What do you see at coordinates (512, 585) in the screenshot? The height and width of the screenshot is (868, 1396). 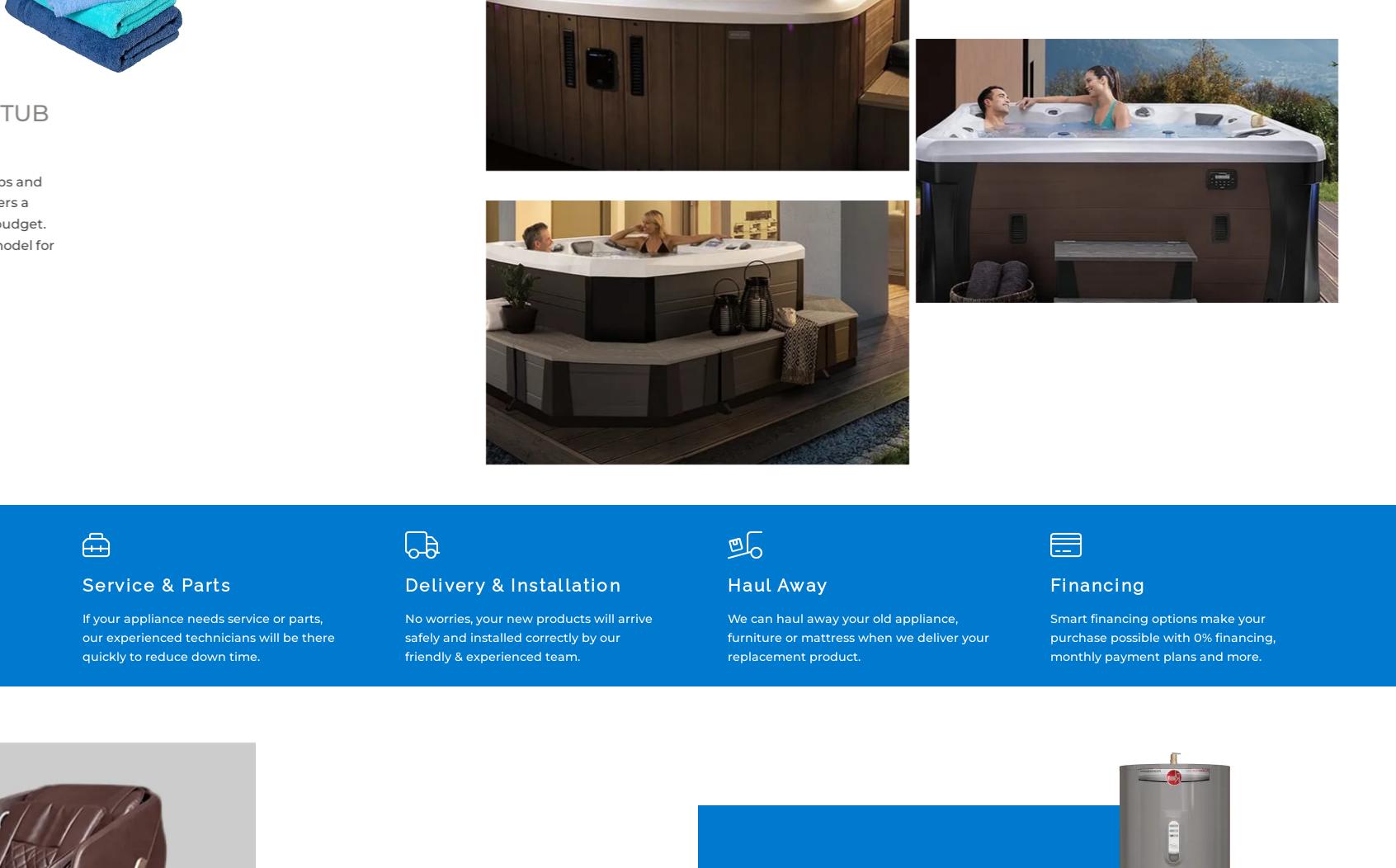 I see `'Delivery & Installation'` at bounding box center [512, 585].